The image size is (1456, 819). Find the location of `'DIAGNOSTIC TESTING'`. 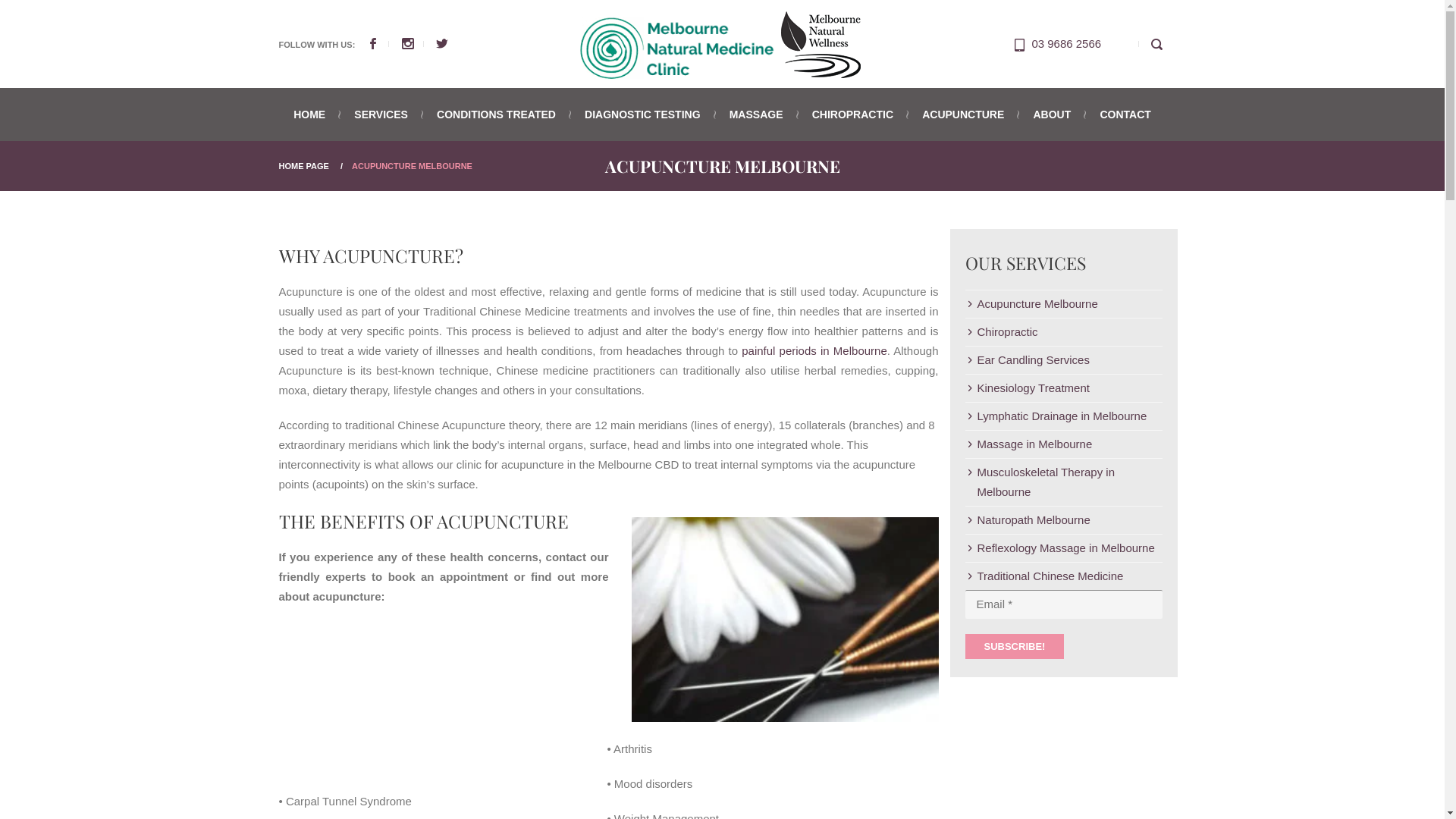

'DIAGNOSTIC TESTING' is located at coordinates (642, 113).